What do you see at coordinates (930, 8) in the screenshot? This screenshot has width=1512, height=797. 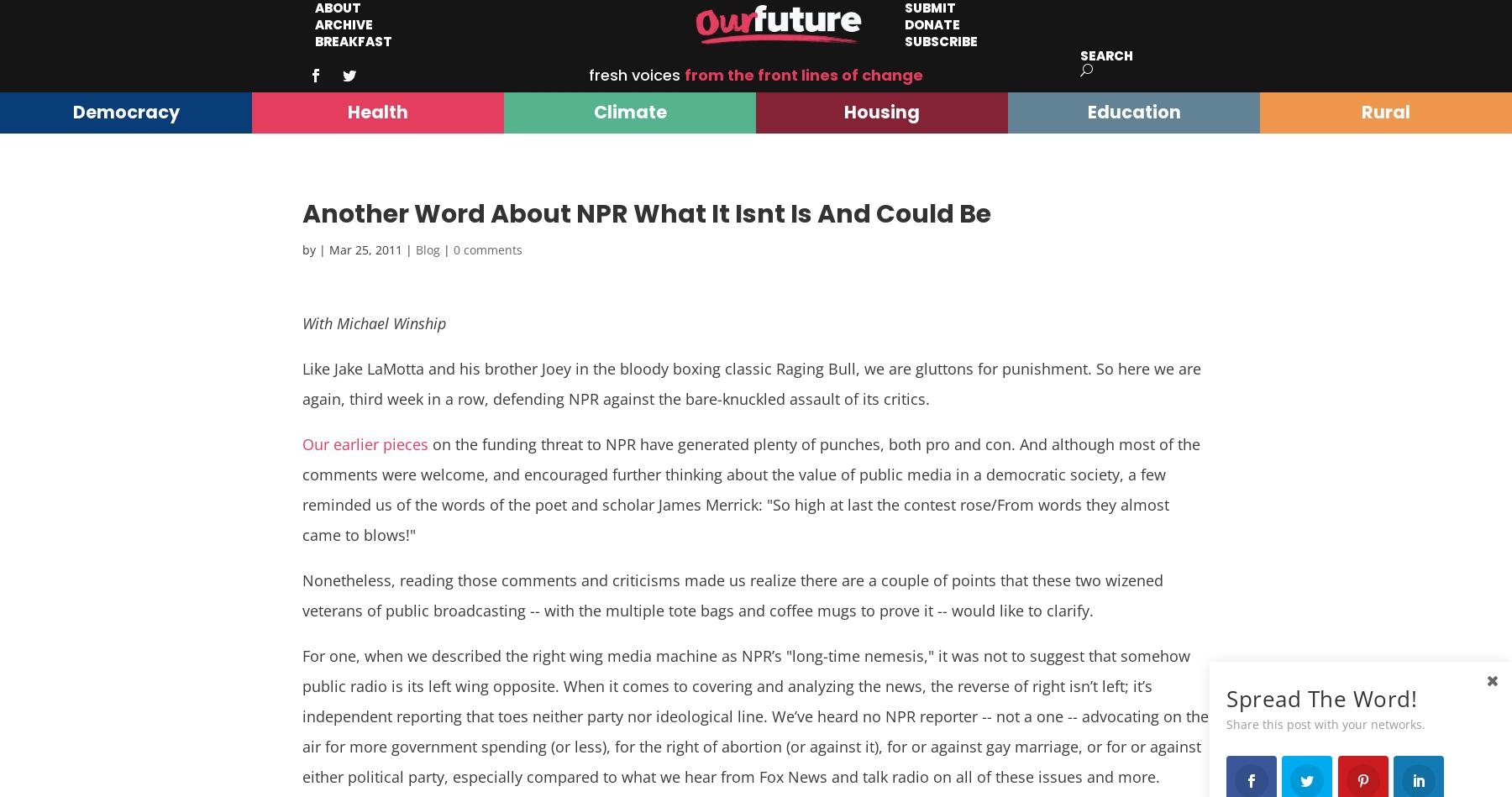 I see `'Submit'` at bounding box center [930, 8].